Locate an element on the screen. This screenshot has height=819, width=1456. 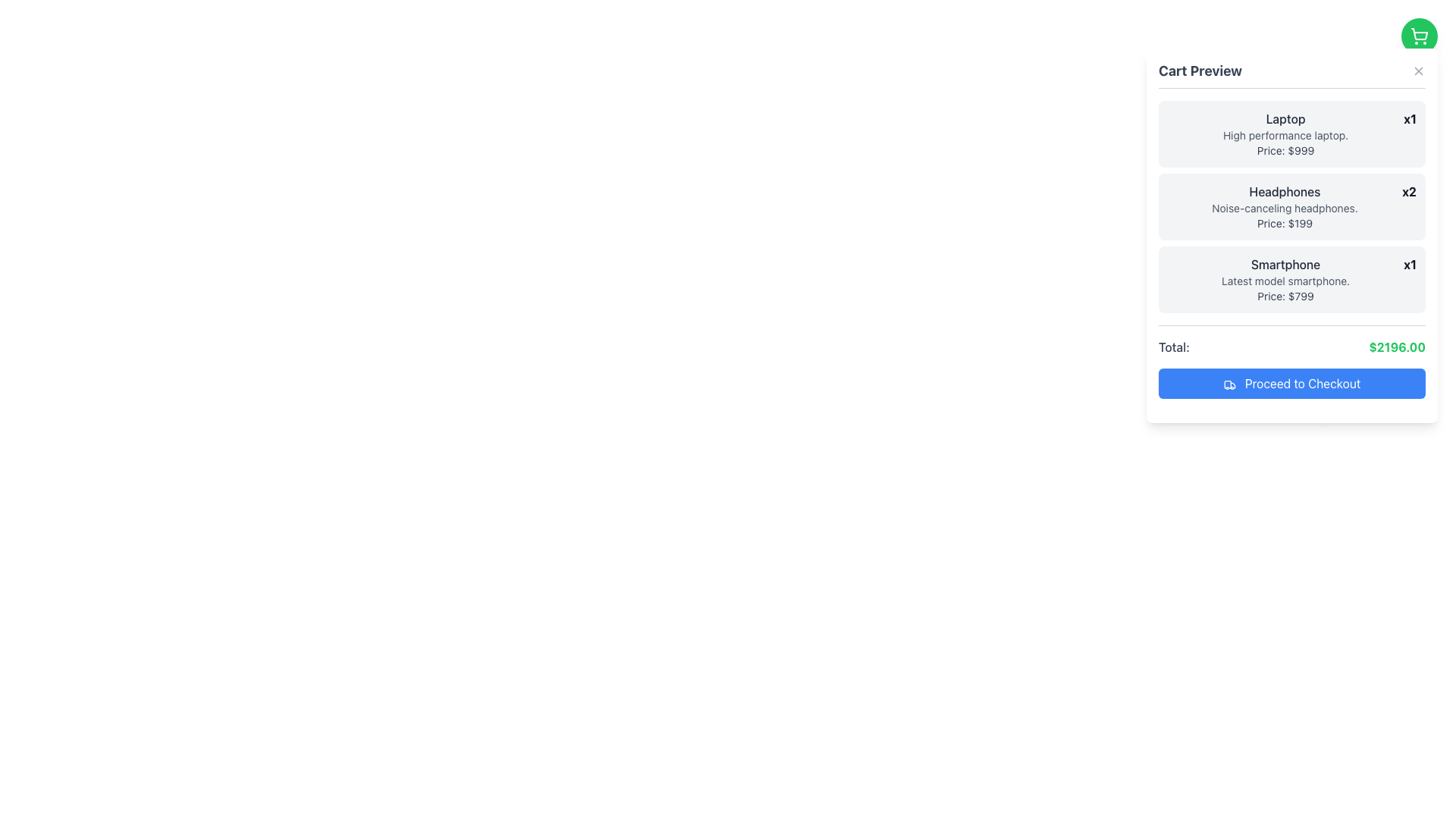
text element that serves as the title for the product 'Smartphone' in the shopping cart interface, located at the top of the product details section within the 'Cart Preview' sidebar is located at coordinates (1285, 263).